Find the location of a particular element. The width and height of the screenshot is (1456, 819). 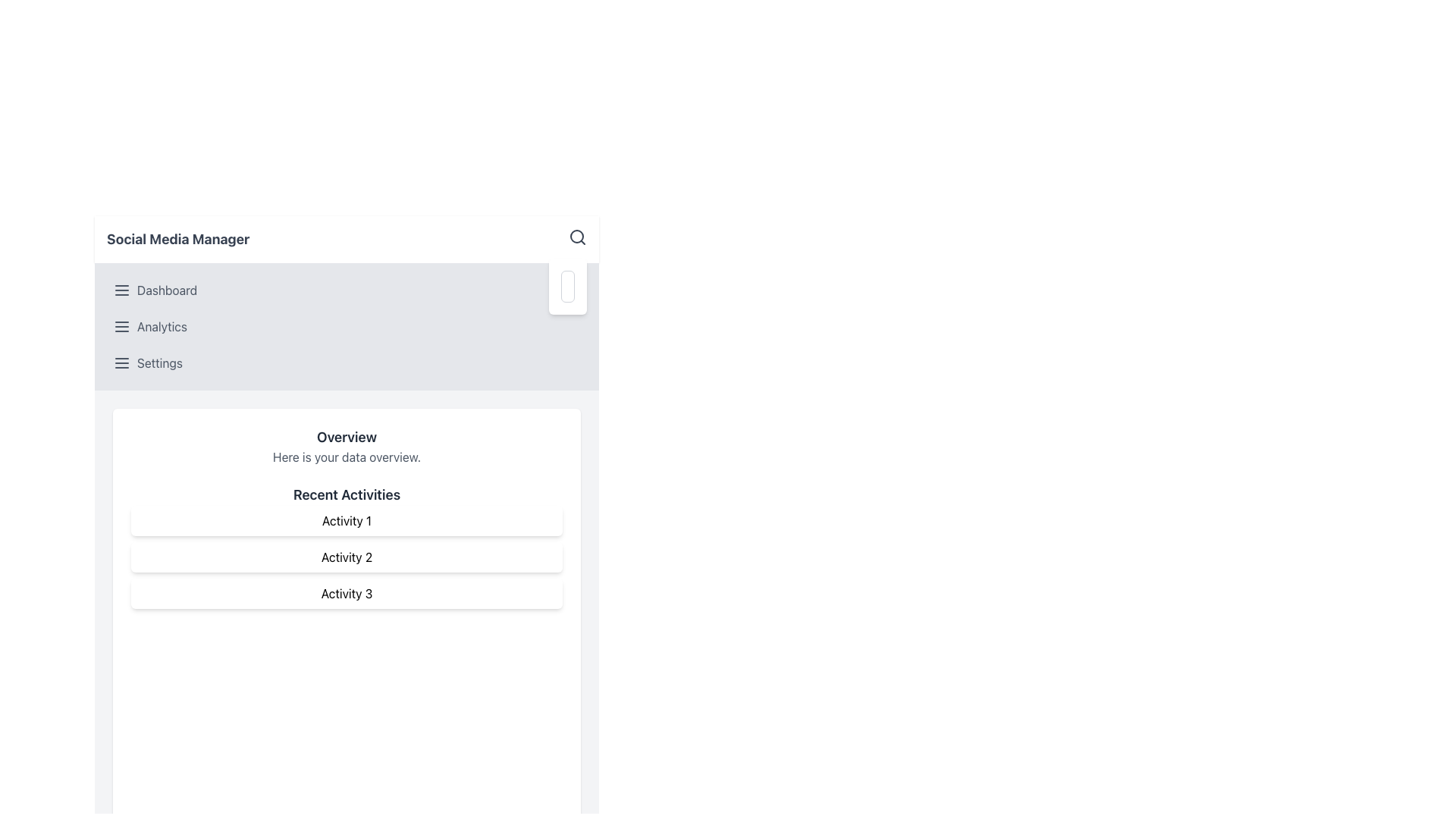

the SVG icon with a 'hamburger menu' design that indicates the 'Dashboard' menu option, located to the left of the text 'Dashboard' in the top-left navigation menu is located at coordinates (122, 290).